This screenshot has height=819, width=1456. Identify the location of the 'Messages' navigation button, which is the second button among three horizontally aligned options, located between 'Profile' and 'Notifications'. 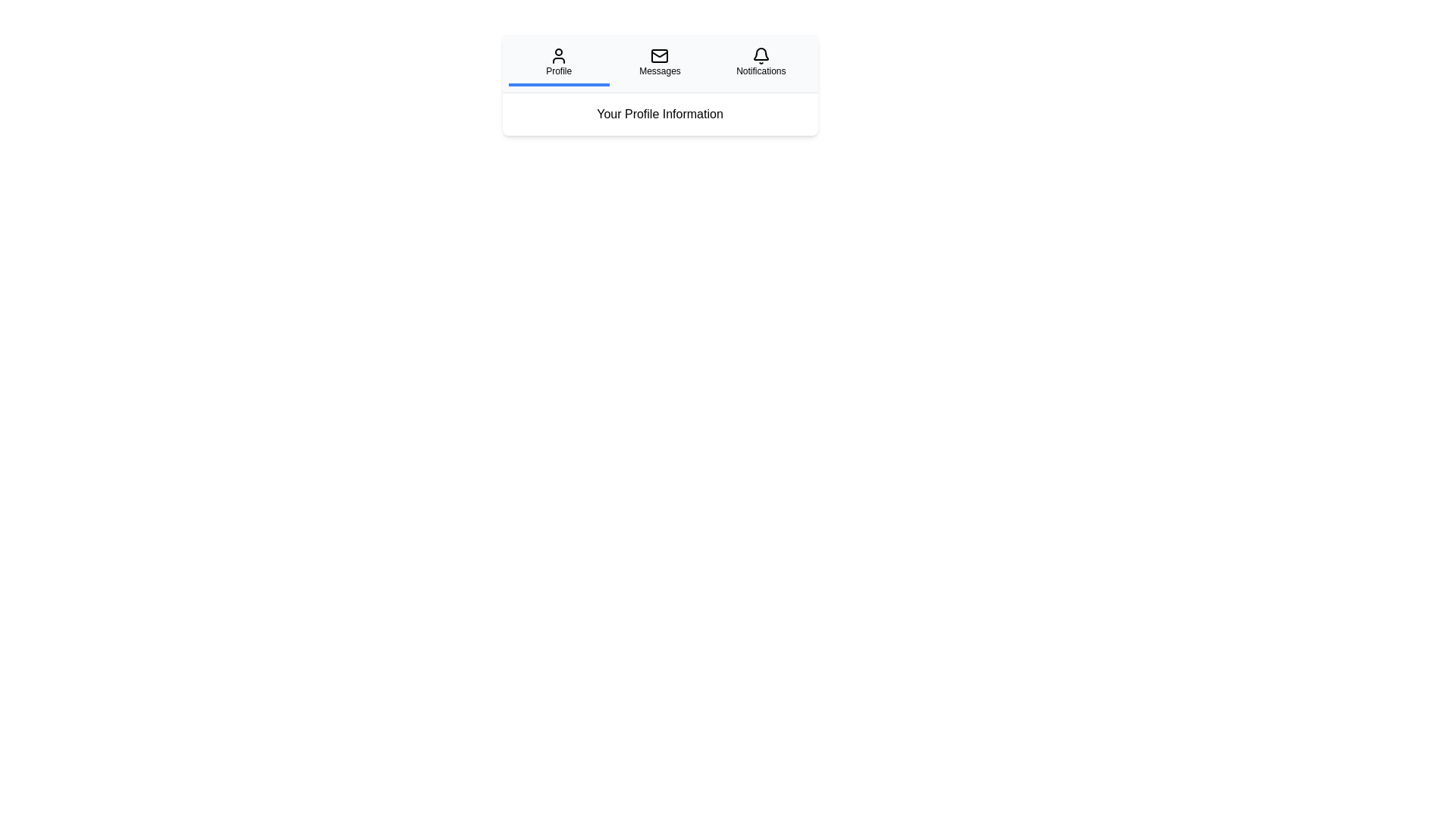
(660, 63).